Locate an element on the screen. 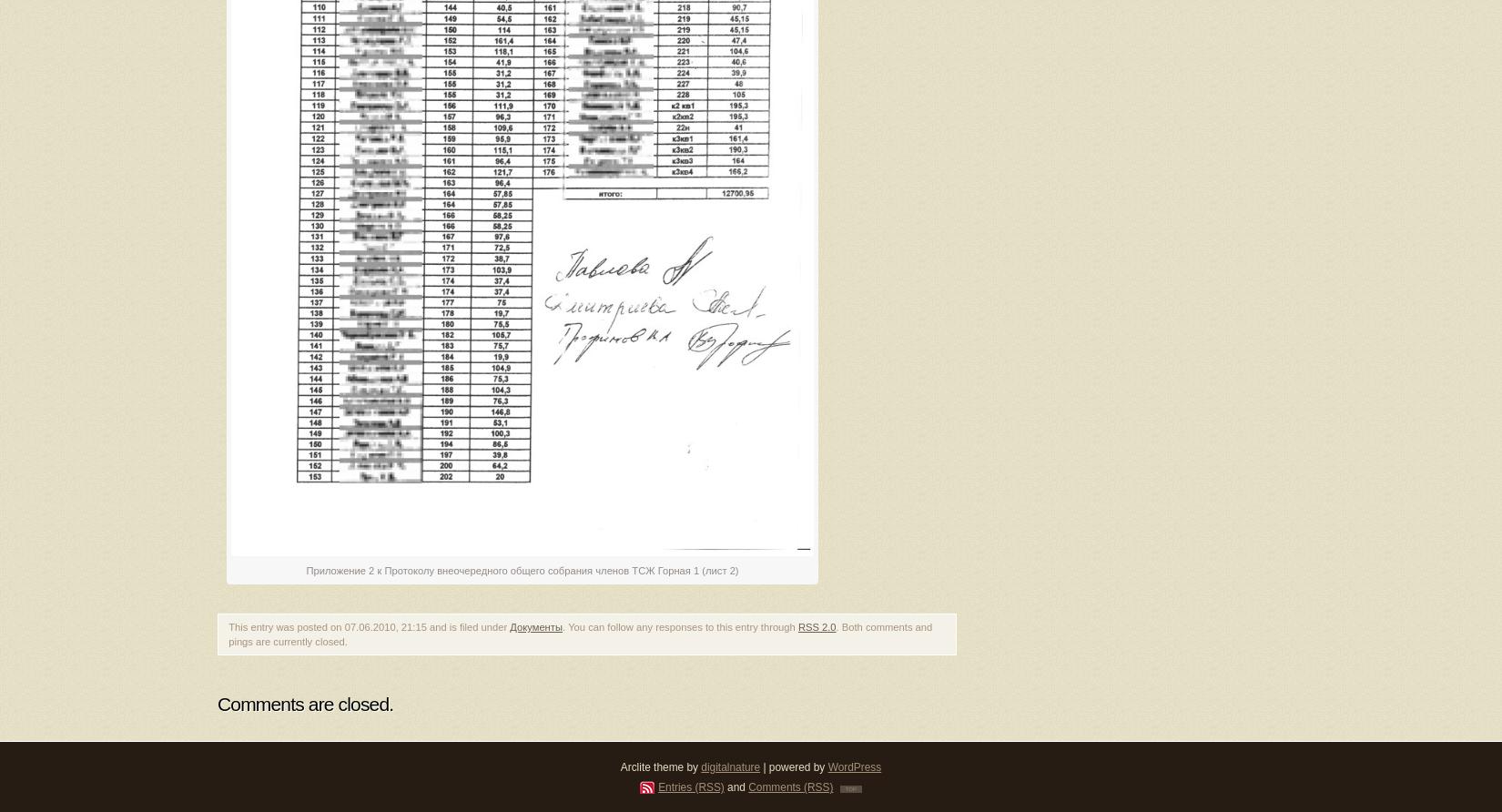 The image size is (1502, 812). 'Entries (RSS)' is located at coordinates (690, 786).